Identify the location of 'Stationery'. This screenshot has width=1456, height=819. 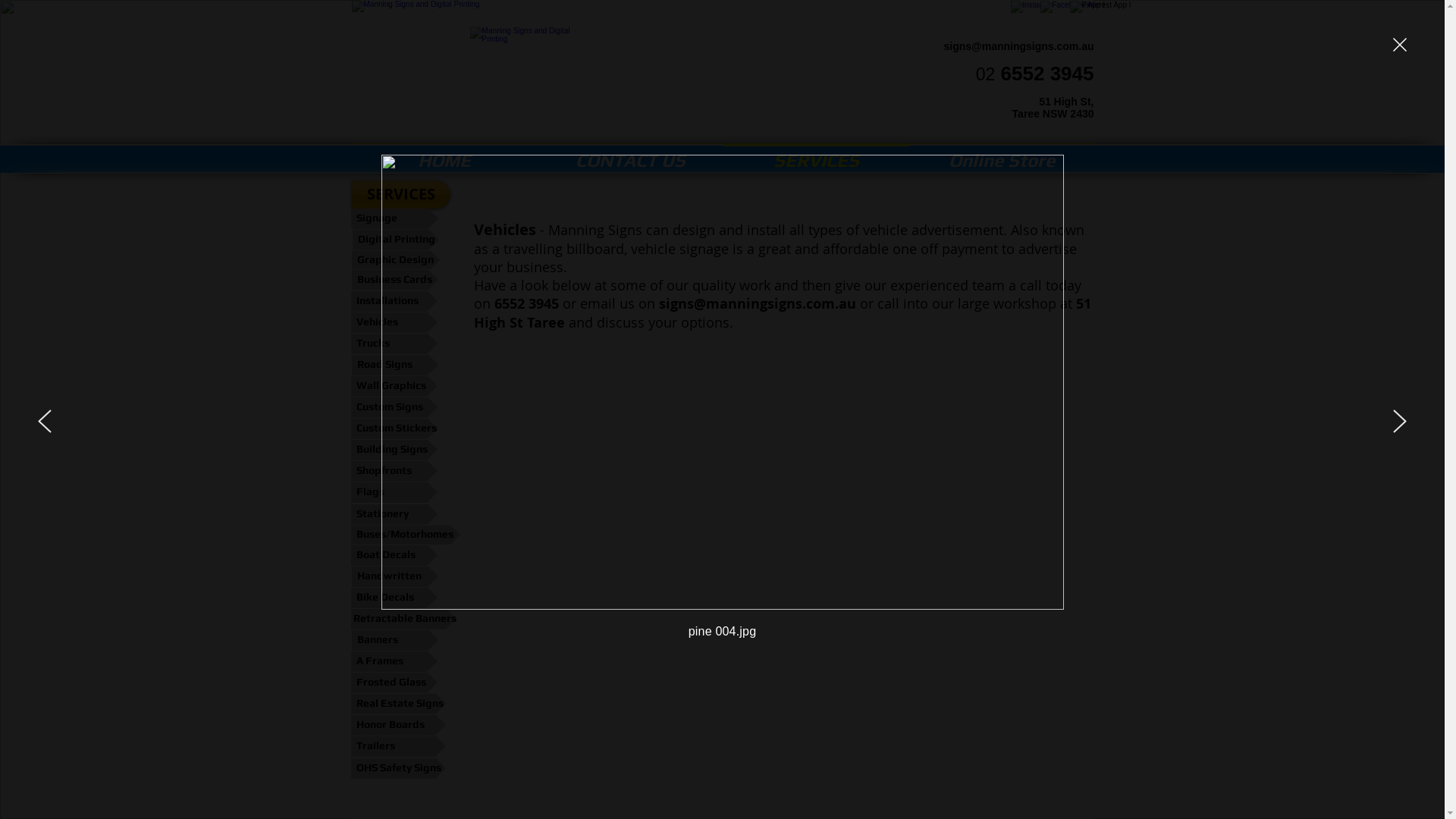
(393, 513).